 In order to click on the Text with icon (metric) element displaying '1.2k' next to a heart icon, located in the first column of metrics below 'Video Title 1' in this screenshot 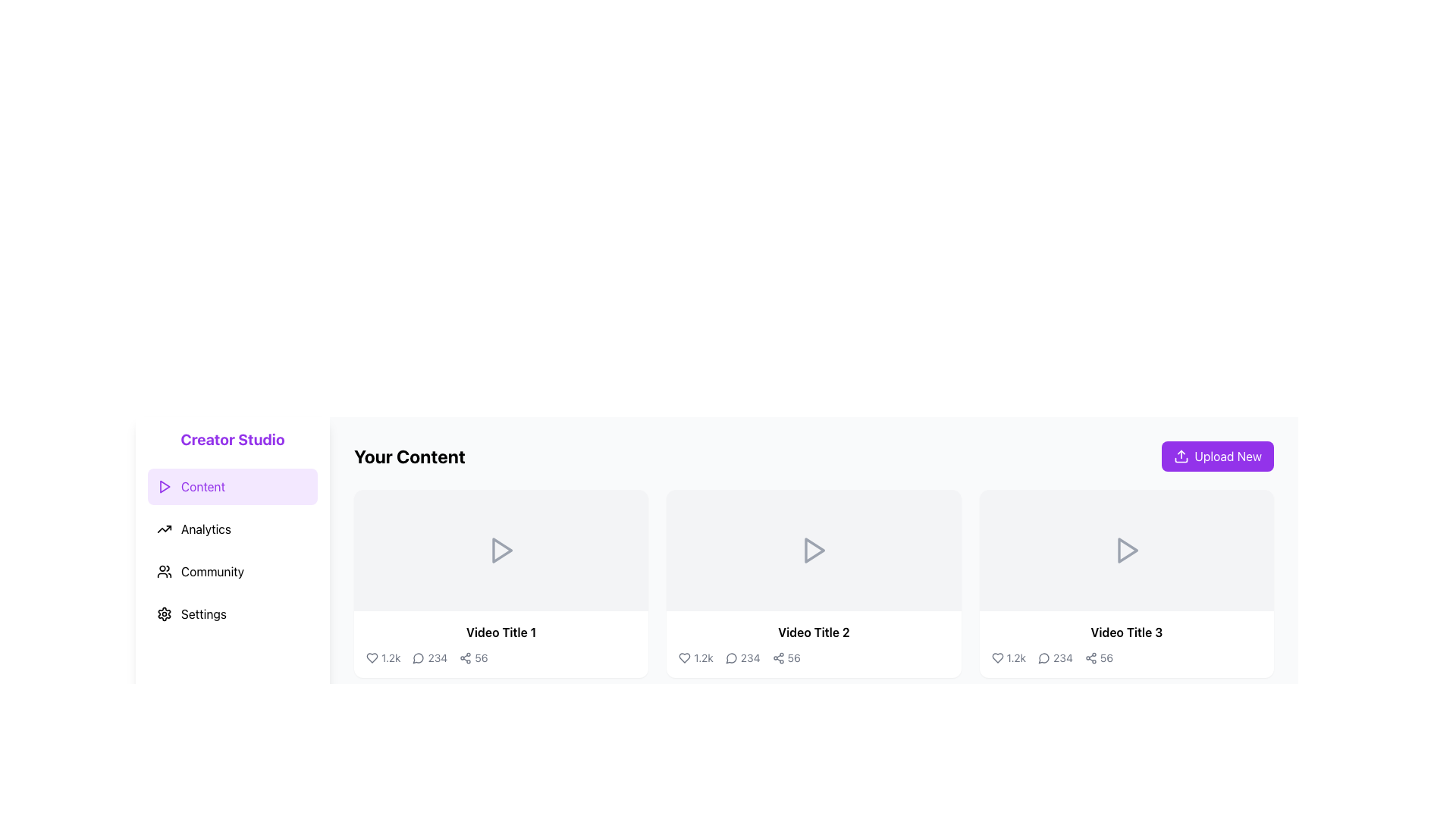, I will do `click(383, 657)`.